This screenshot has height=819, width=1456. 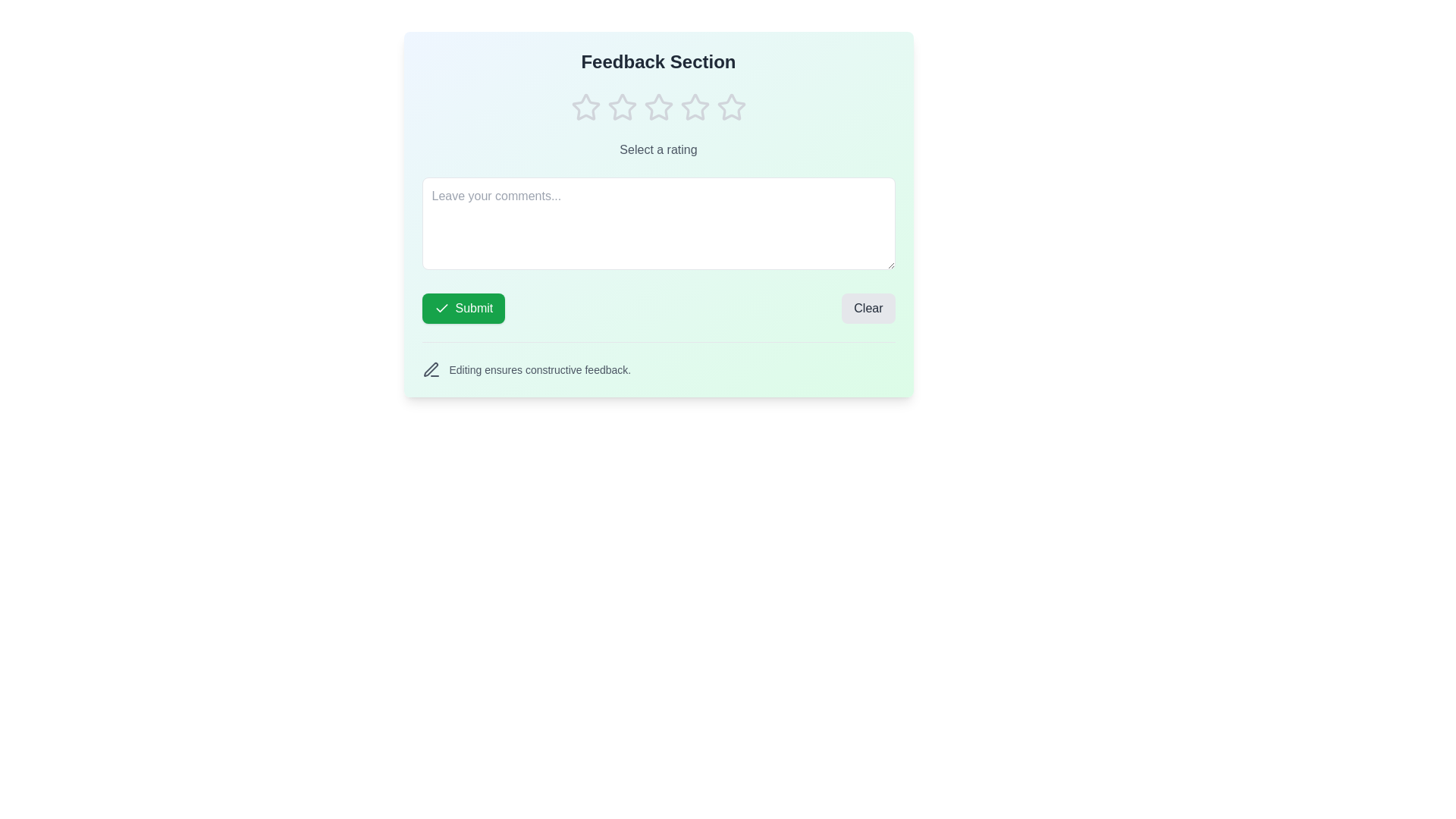 What do you see at coordinates (731, 107) in the screenshot?
I see `the fifth star icon in the rating component` at bounding box center [731, 107].